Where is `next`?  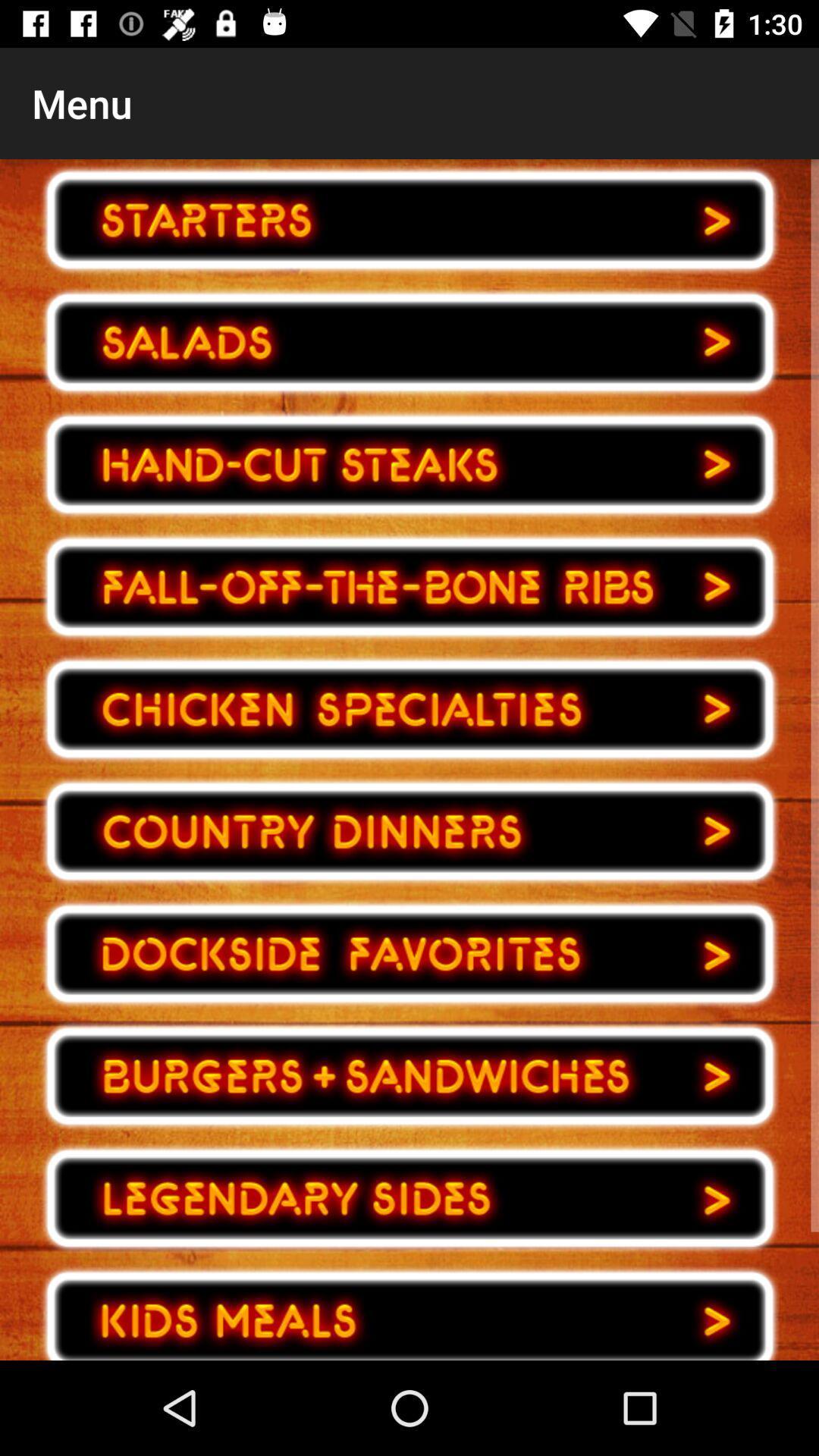 next is located at coordinates (409, 464).